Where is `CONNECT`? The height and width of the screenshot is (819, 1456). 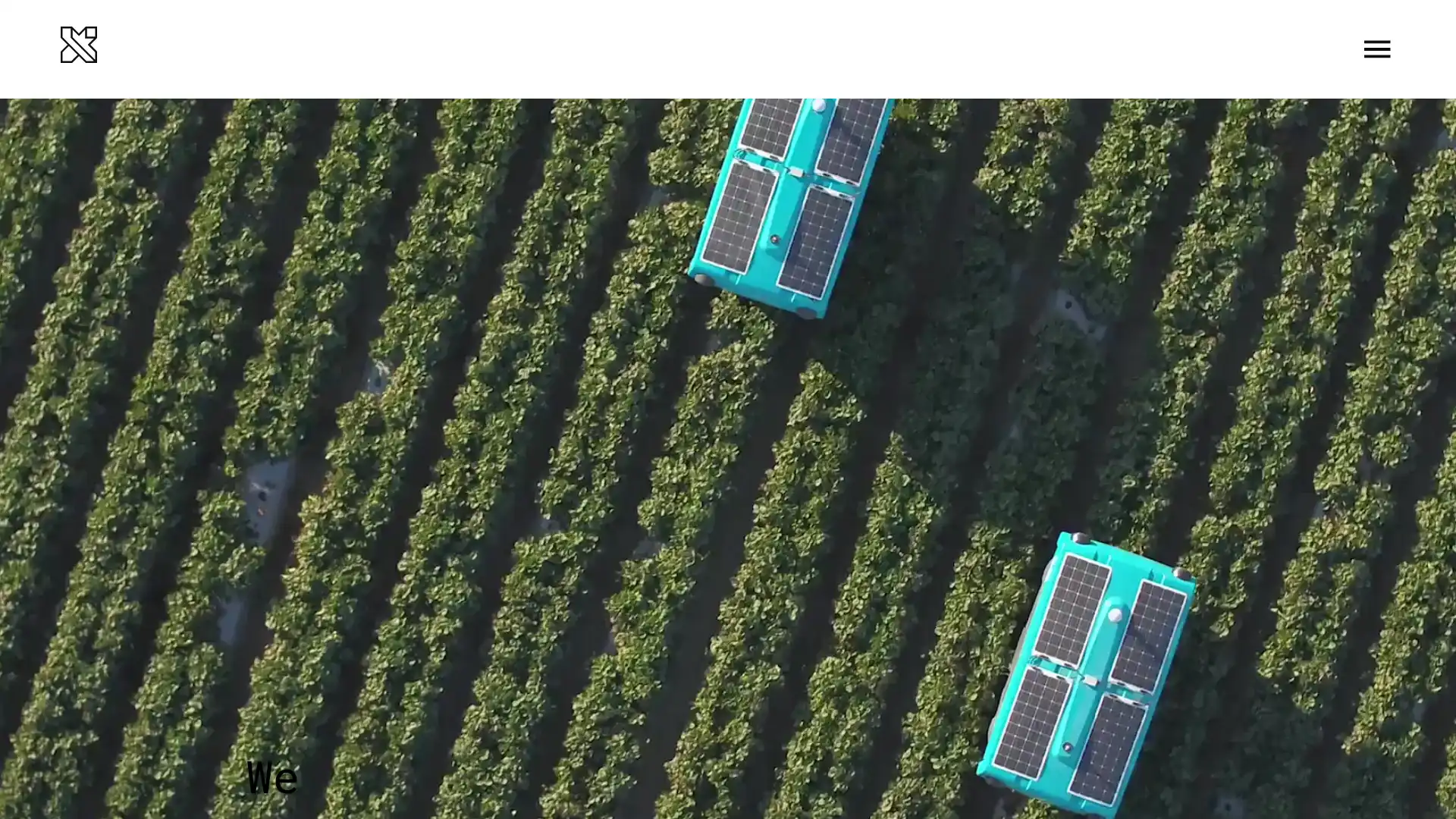
CONNECT is located at coordinates (901, 201).